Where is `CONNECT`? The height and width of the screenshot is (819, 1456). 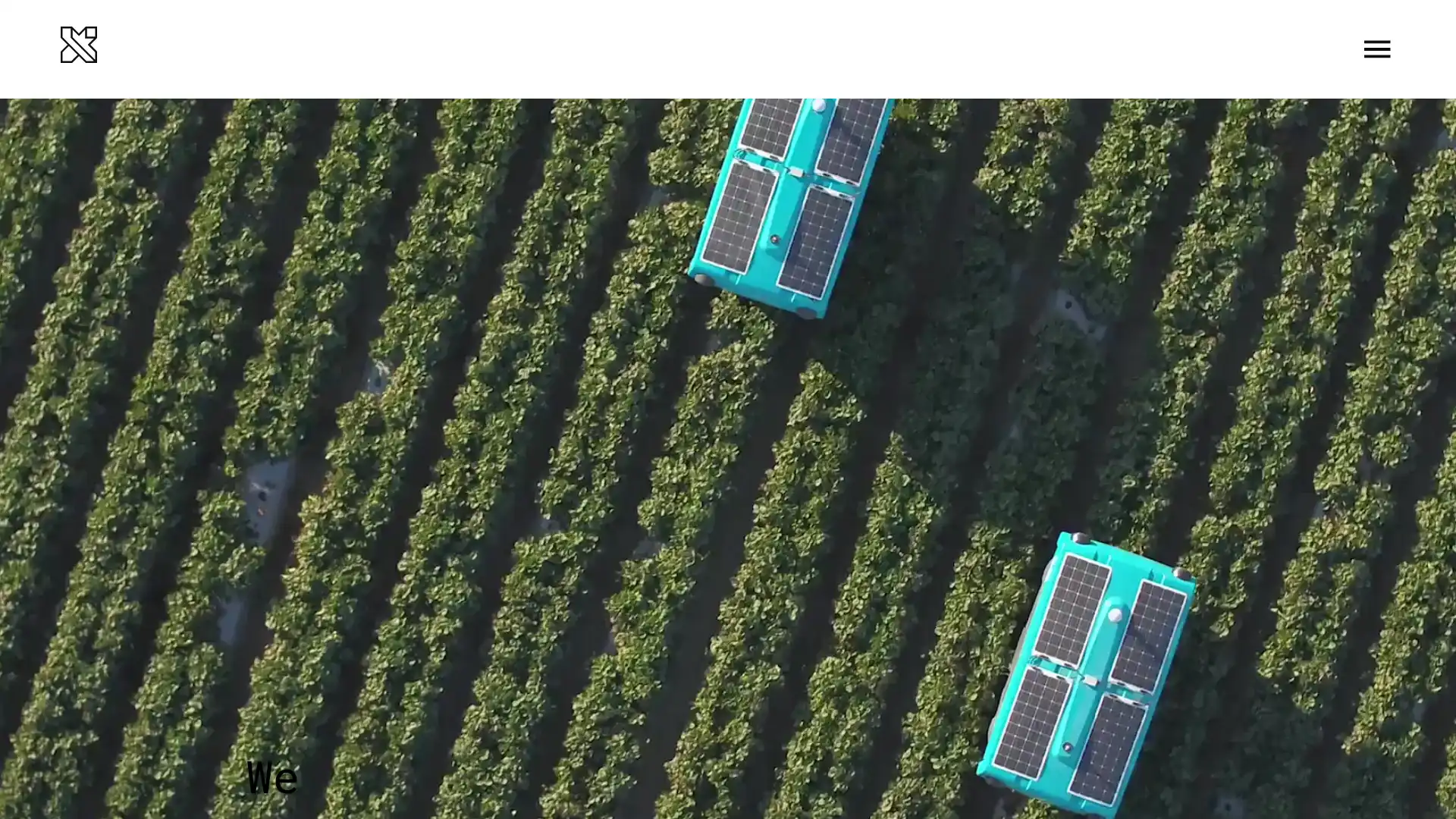
CONNECT is located at coordinates (901, 201).